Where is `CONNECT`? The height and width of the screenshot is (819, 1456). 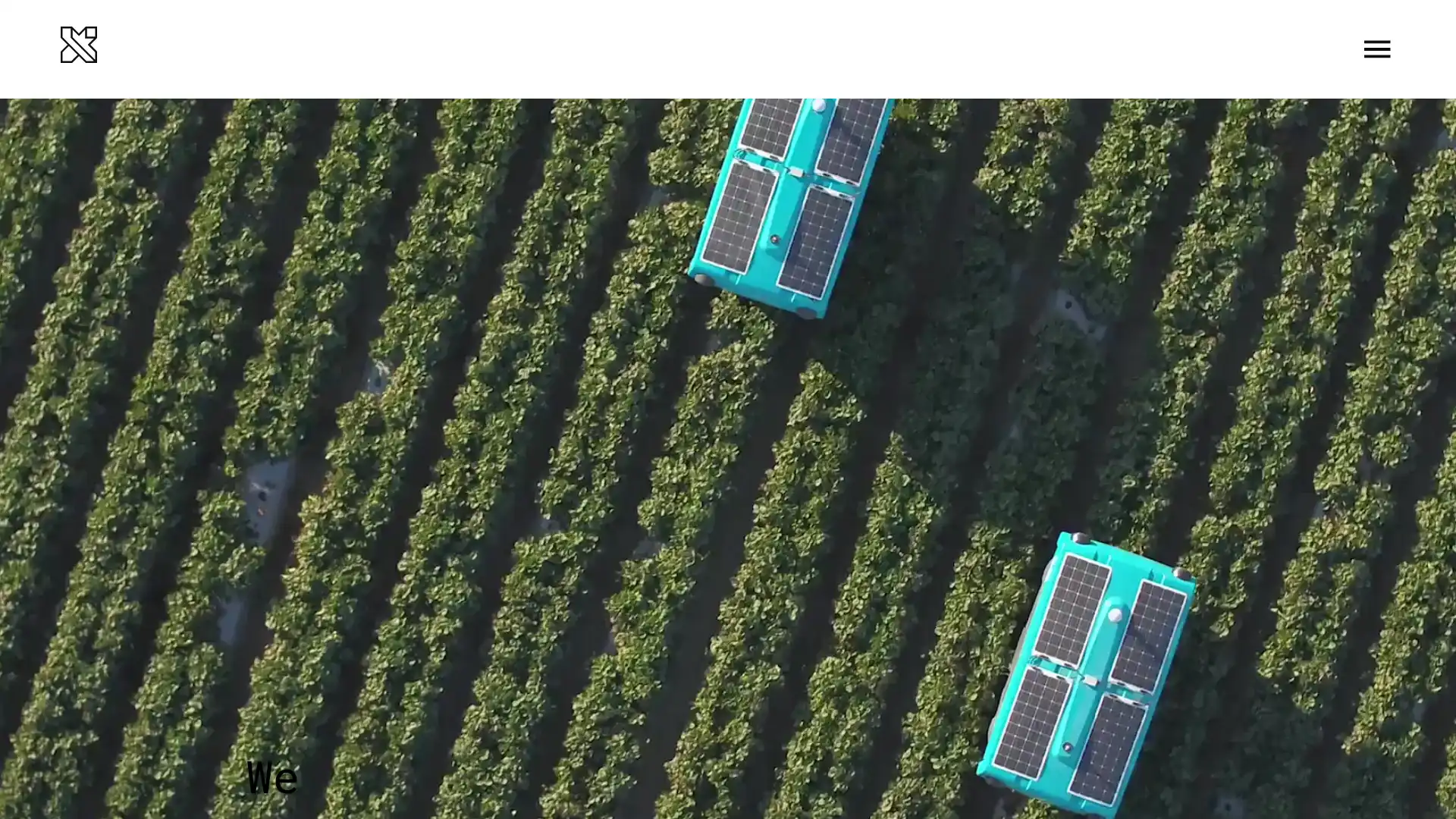
CONNECT is located at coordinates (901, 201).